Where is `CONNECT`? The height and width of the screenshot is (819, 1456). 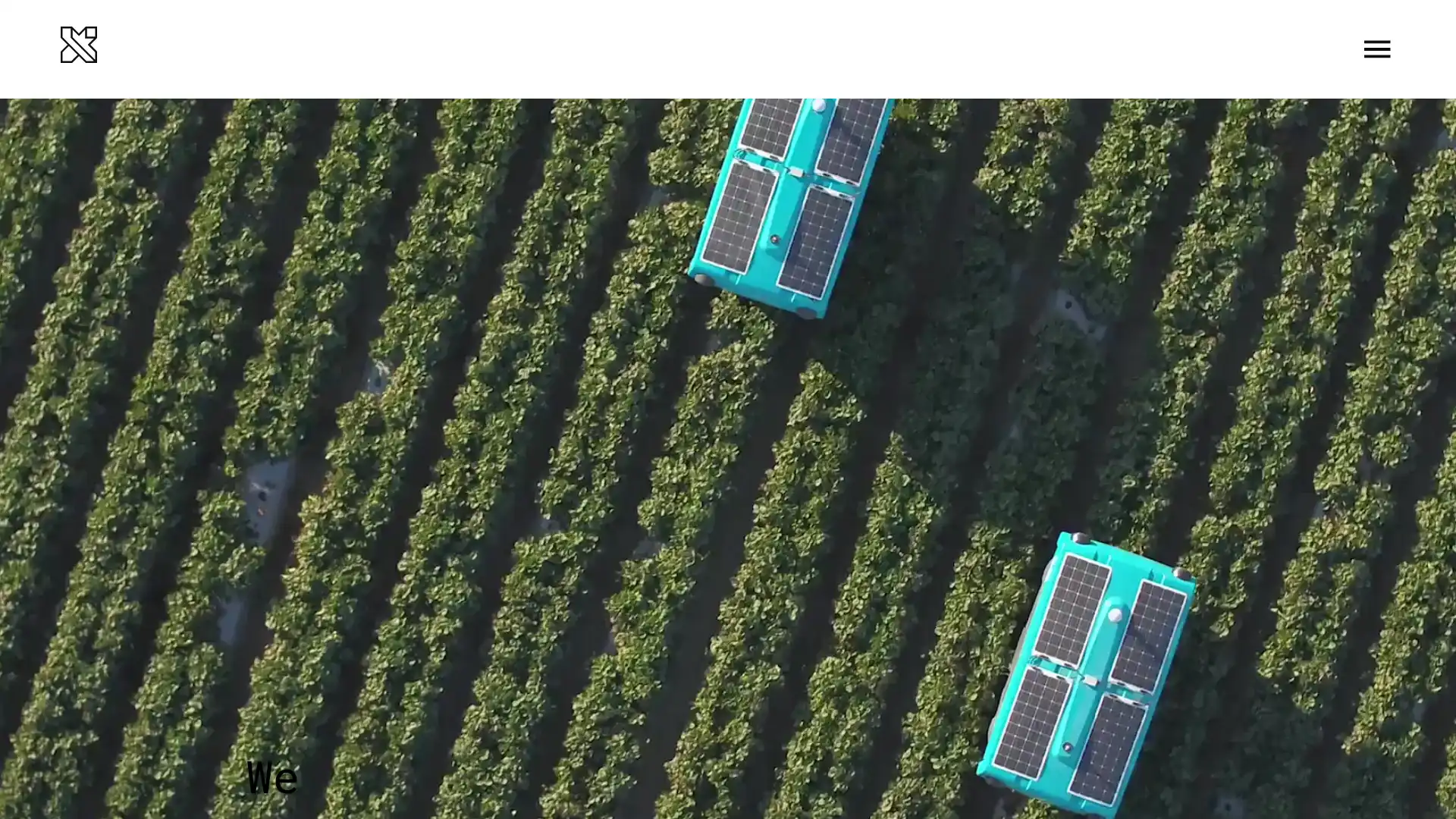
CONNECT is located at coordinates (901, 201).